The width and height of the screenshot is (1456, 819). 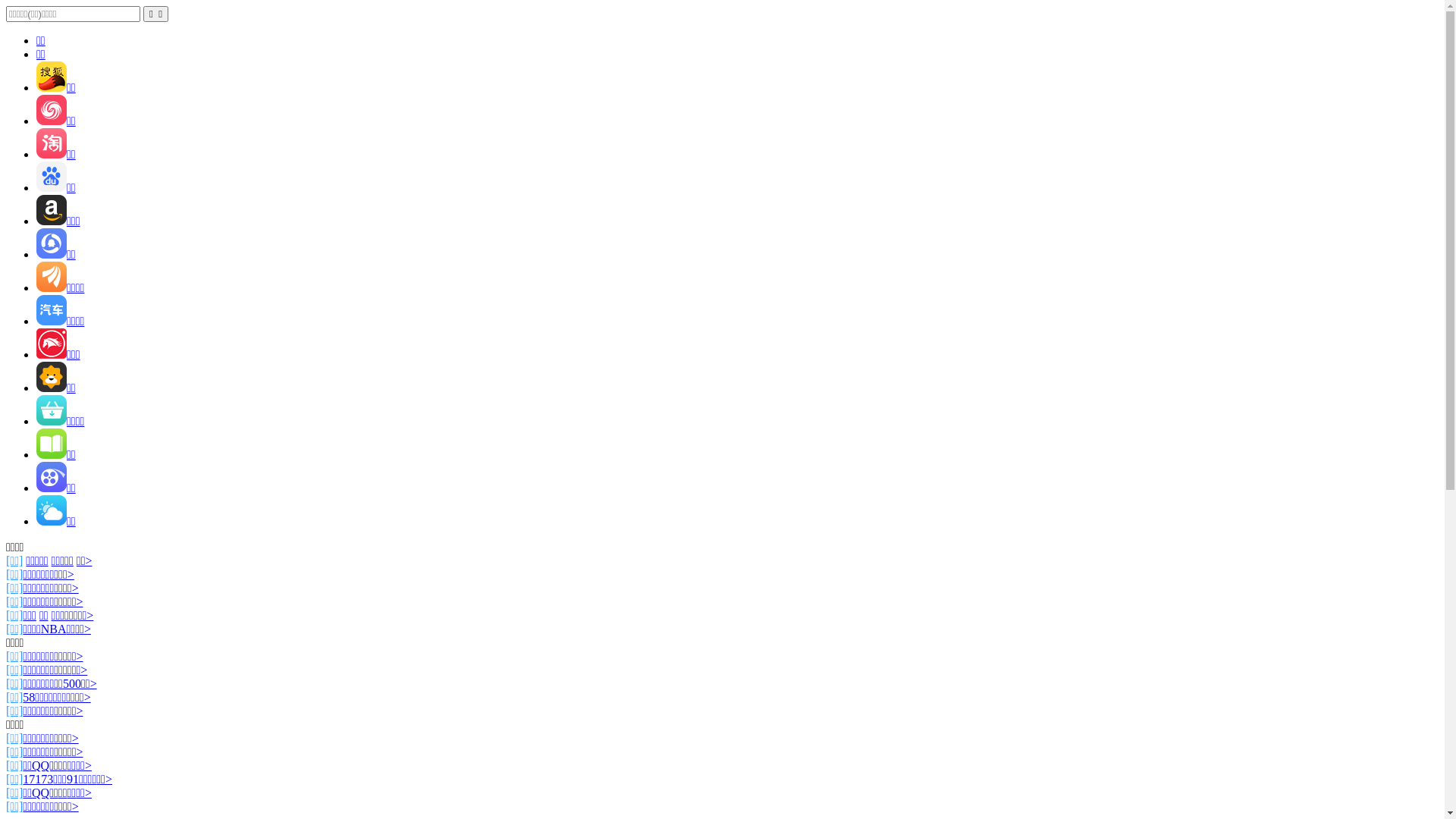 What do you see at coordinates (54, 629) in the screenshot?
I see `'NBA'` at bounding box center [54, 629].